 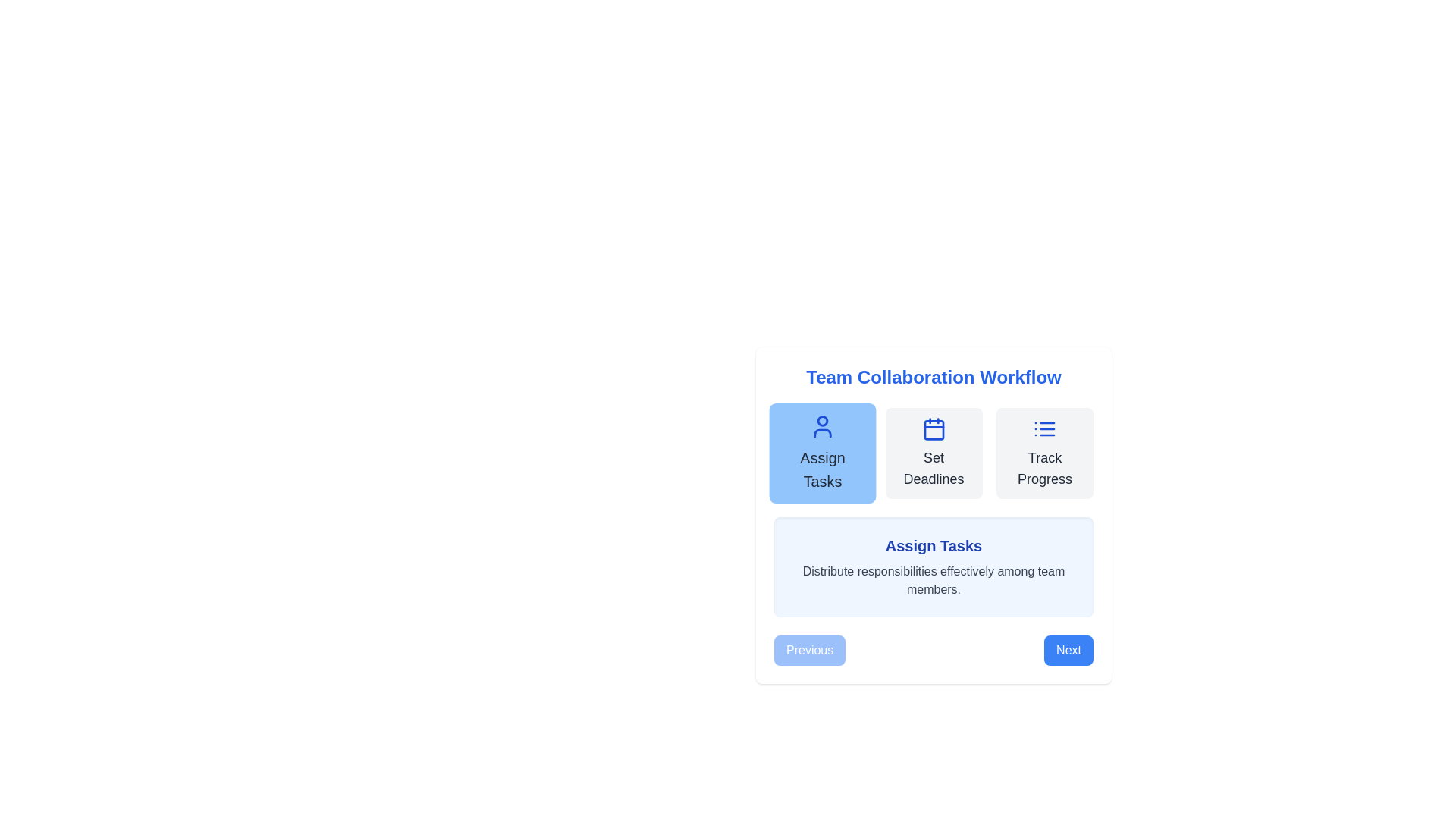 I want to click on the non-interactive text label that serves as the title for the section dedicated to assigning tasks, located at the top of the central section within a rounded rectangular box, so click(x=933, y=546).